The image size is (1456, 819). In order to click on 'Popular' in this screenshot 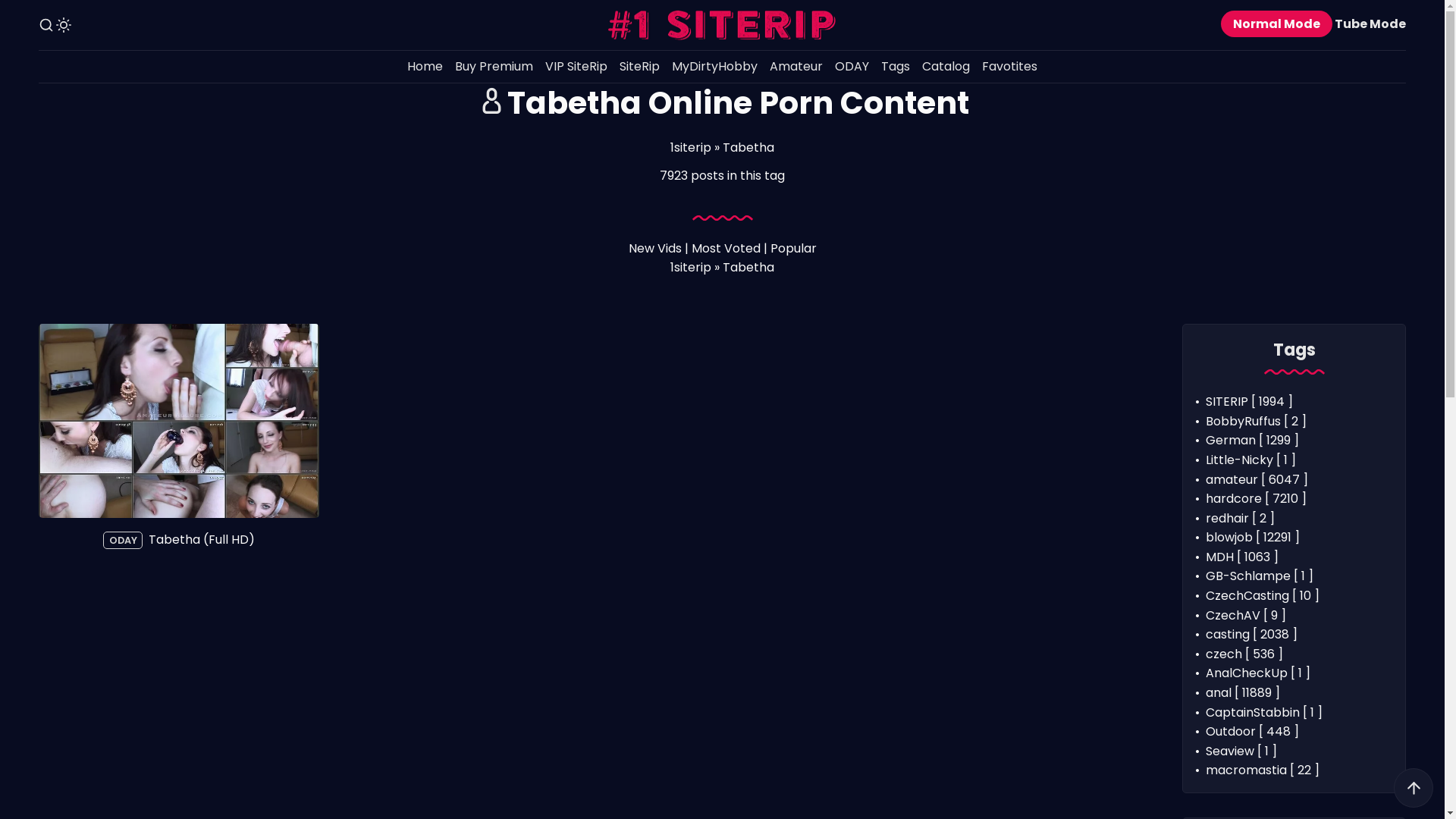, I will do `click(792, 247)`.